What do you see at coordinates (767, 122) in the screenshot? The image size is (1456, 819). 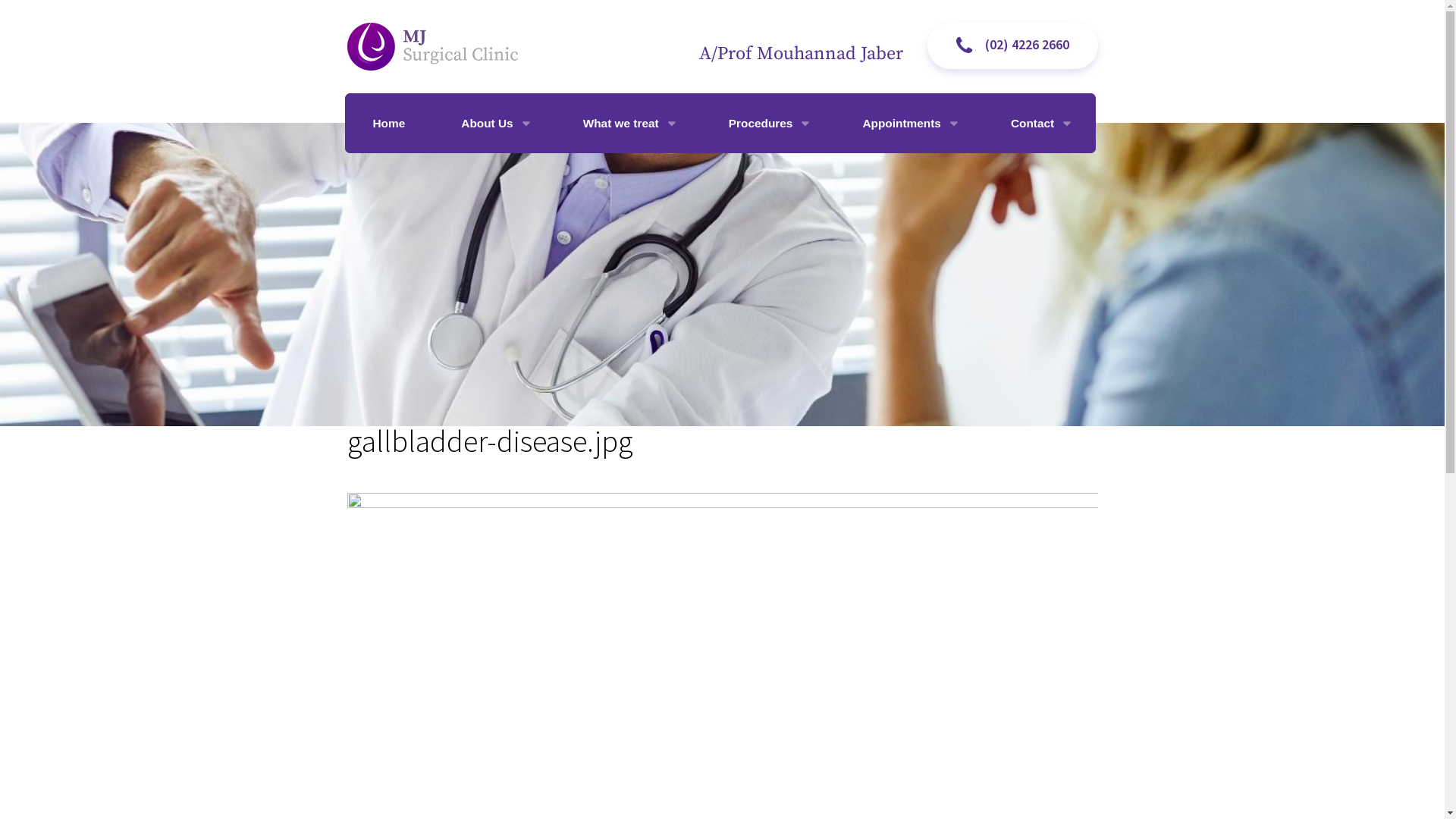 I see `'Procedures'` at bounding box center [767, 122].